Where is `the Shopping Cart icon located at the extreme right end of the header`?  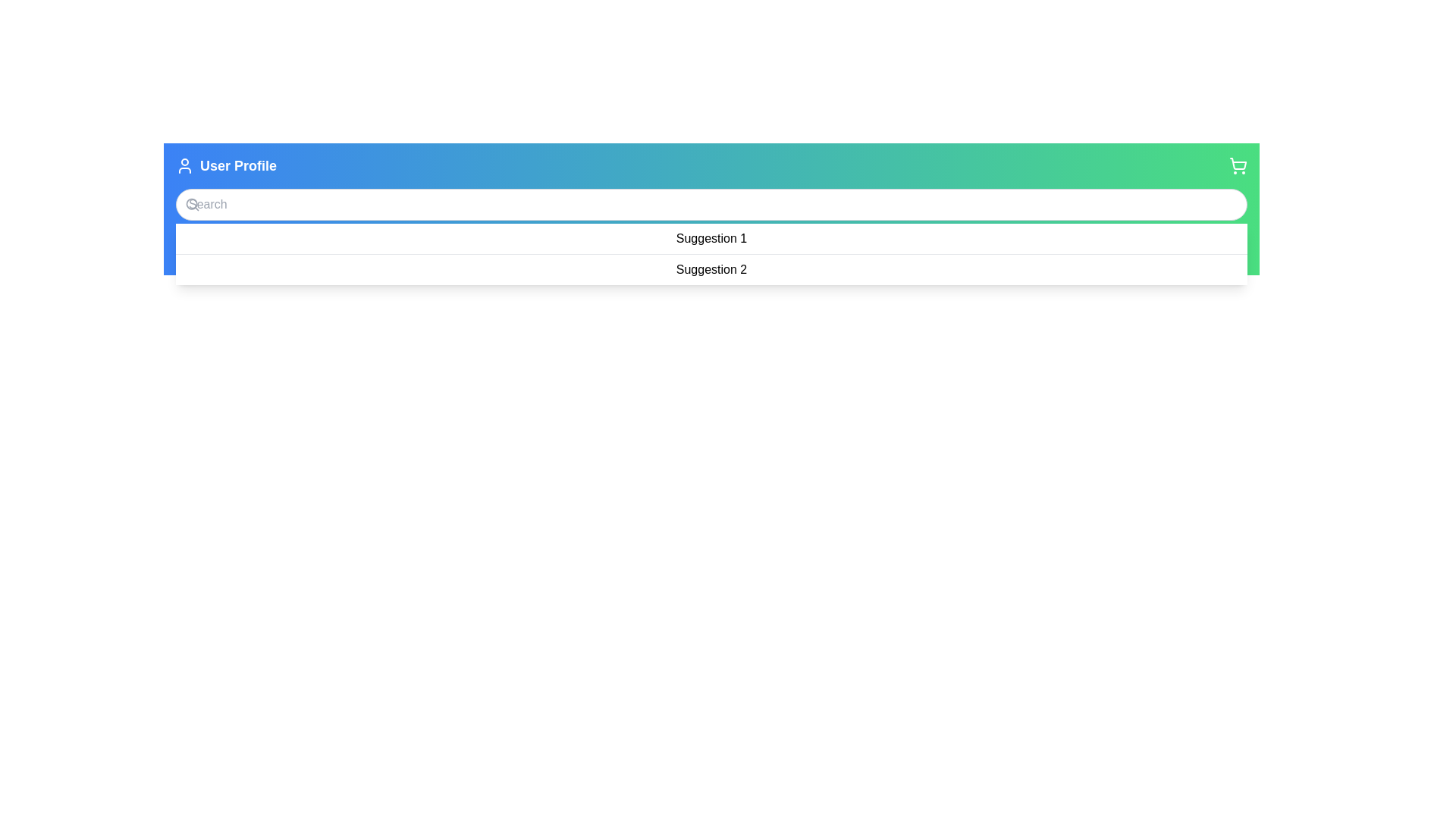 the Shopping Cart icon located at the extreme right end of the header is located at coordinates (1238, 166).